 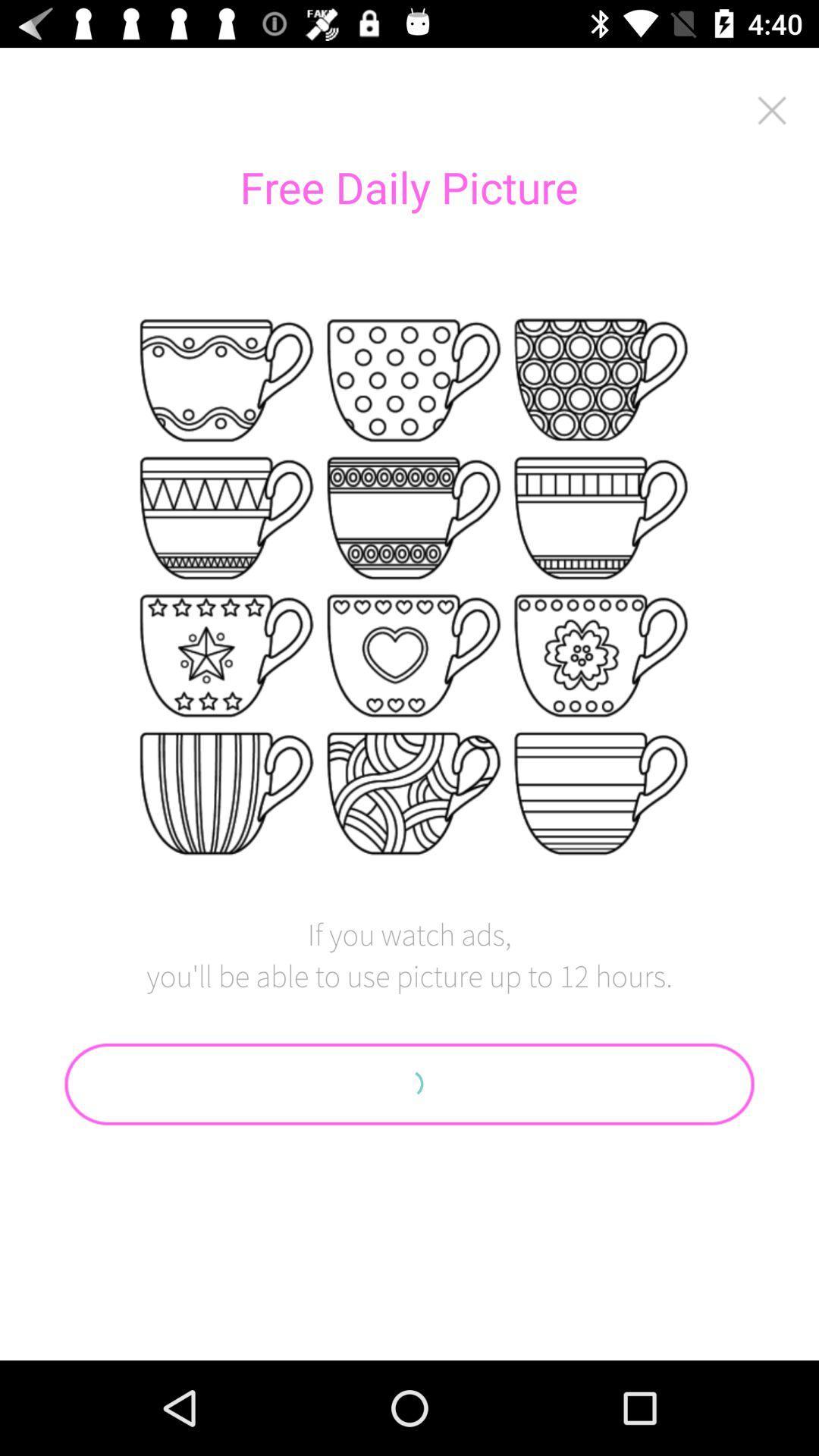 I want to click on close, so click(x=772, y=109).